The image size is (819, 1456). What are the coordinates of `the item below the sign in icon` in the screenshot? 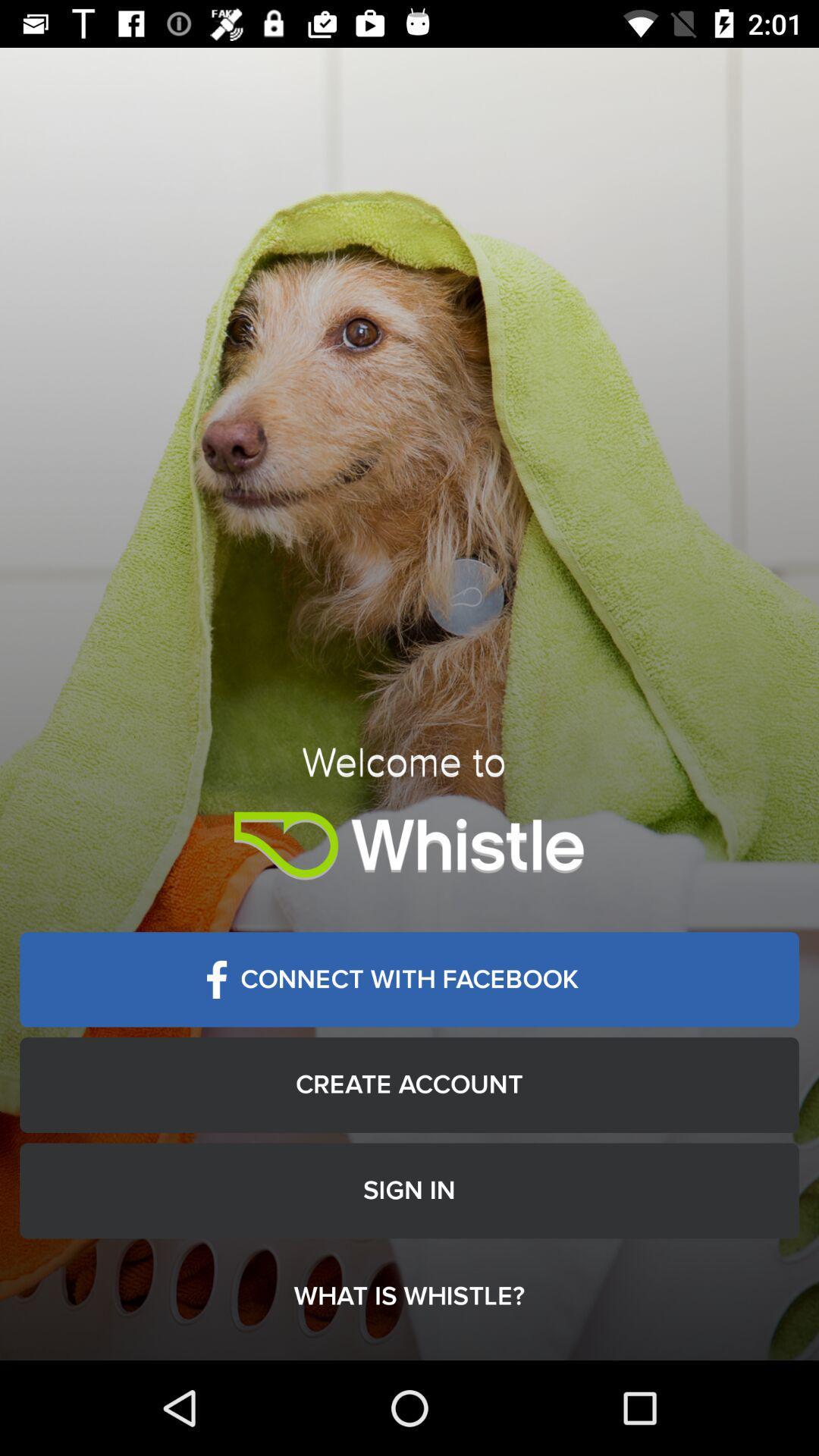 It's located at (409, 1295).